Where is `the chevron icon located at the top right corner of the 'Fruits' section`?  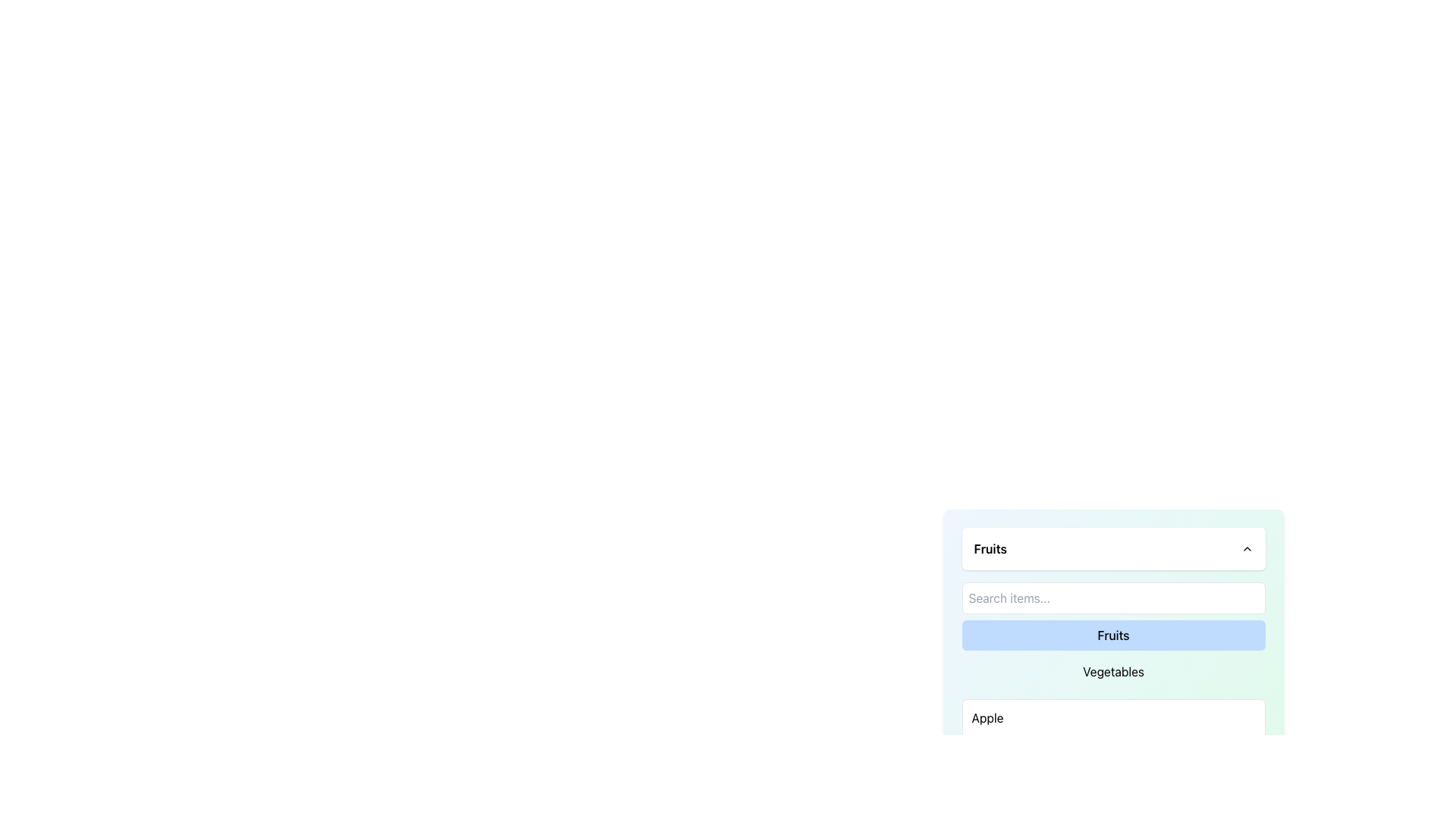
the chevron icon located at the top right corner of the 'Fruits' section is located at coordinates (1247, 549).